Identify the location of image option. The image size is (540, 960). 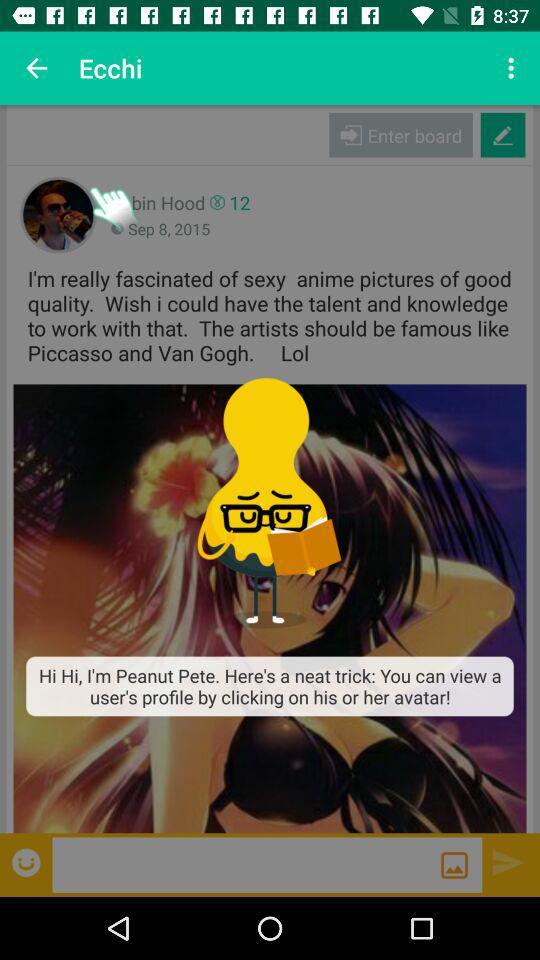
(454, 864).